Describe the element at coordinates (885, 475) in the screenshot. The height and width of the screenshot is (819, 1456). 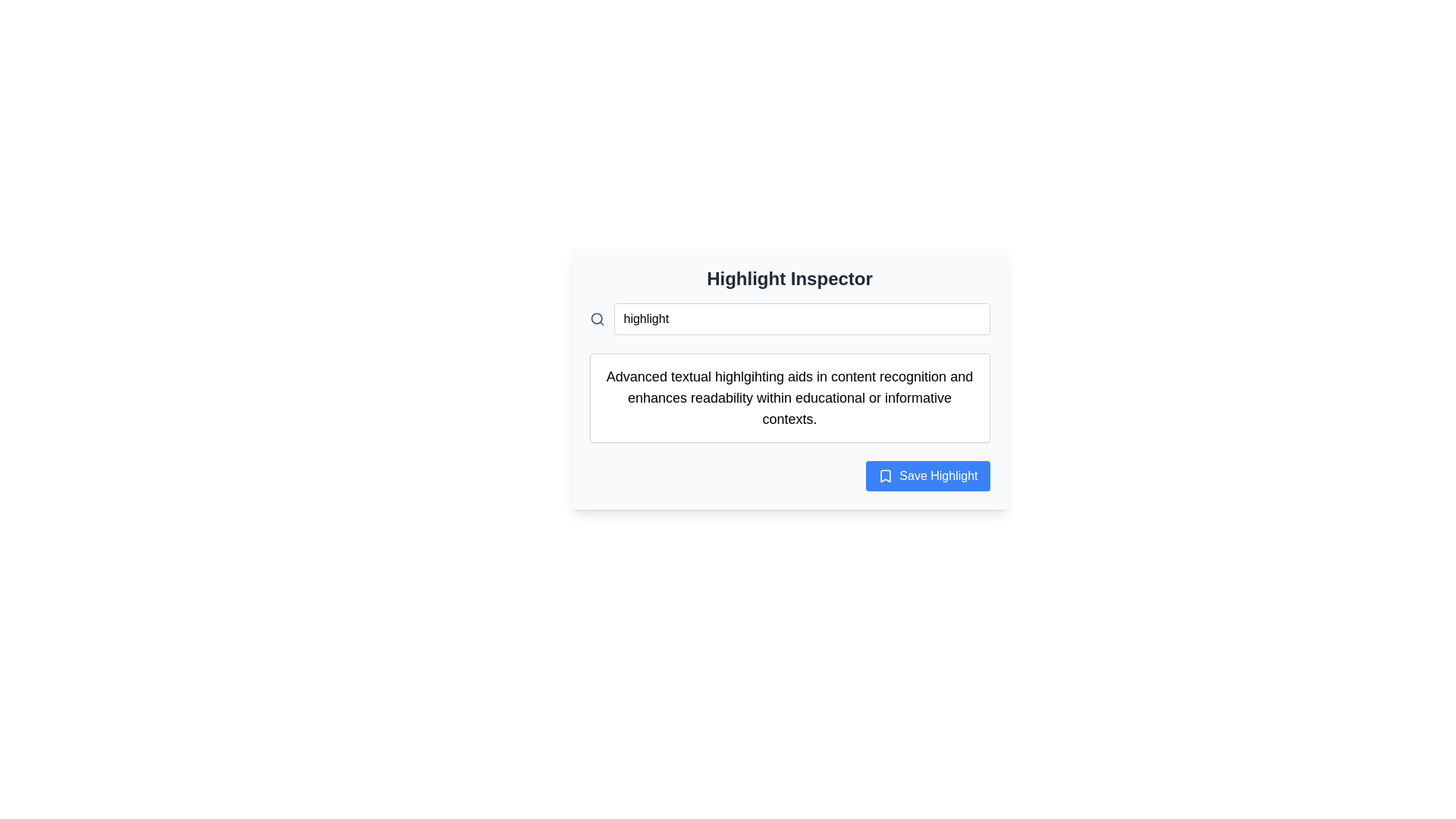
I see `the 'Save Highlight' button, which contains a bookmark icon styled as an outline drawing of an open book page and bookmark tassel, located in the bottom-right corner of the interface panel` at that location.